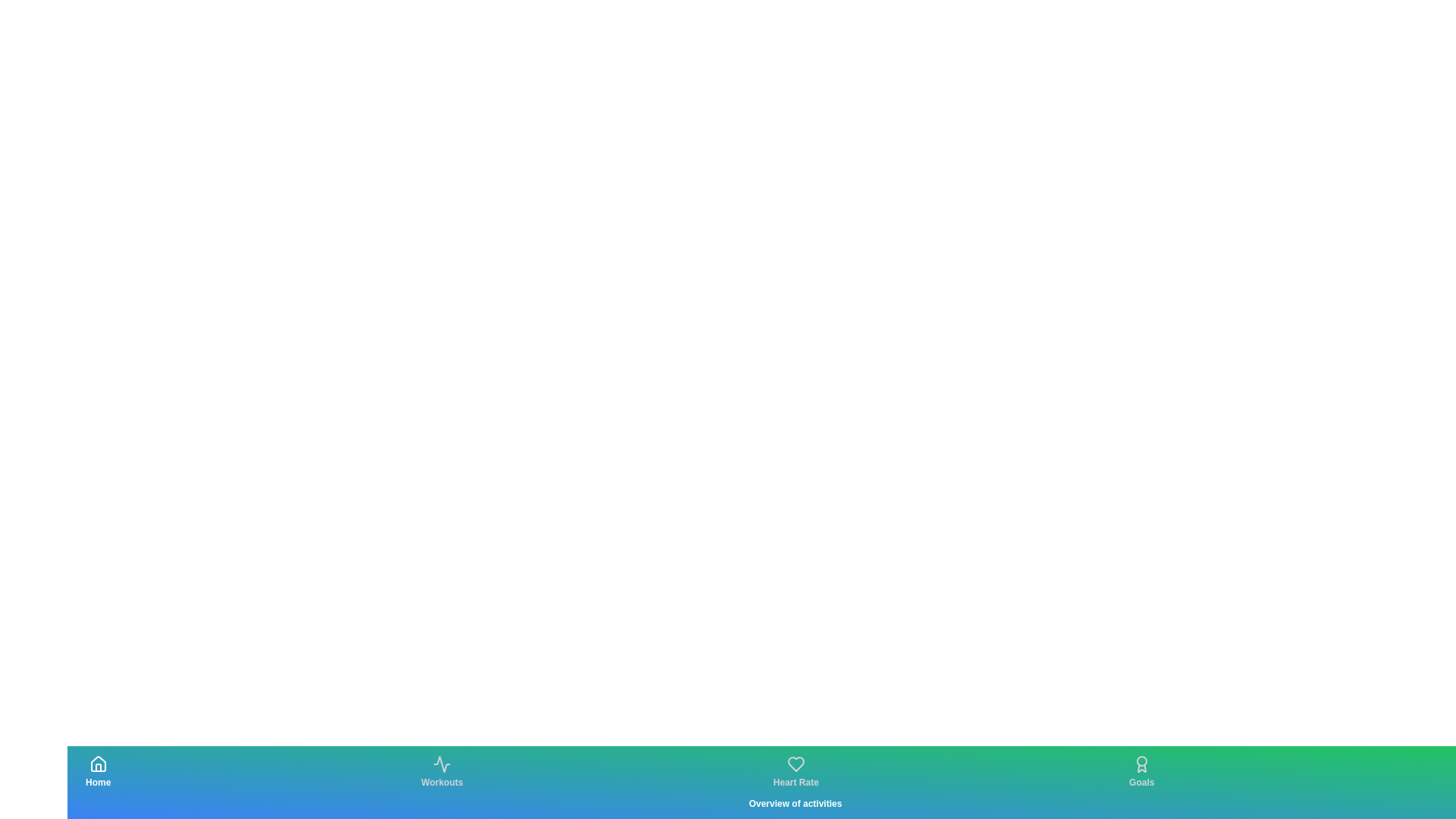 The width and height of the screenshot is (1456, 819). What do you see at coordinates (441, 772) in the screenshot?
I see `the Workouts tab to switch to its section` at bounding box center [441, 772].